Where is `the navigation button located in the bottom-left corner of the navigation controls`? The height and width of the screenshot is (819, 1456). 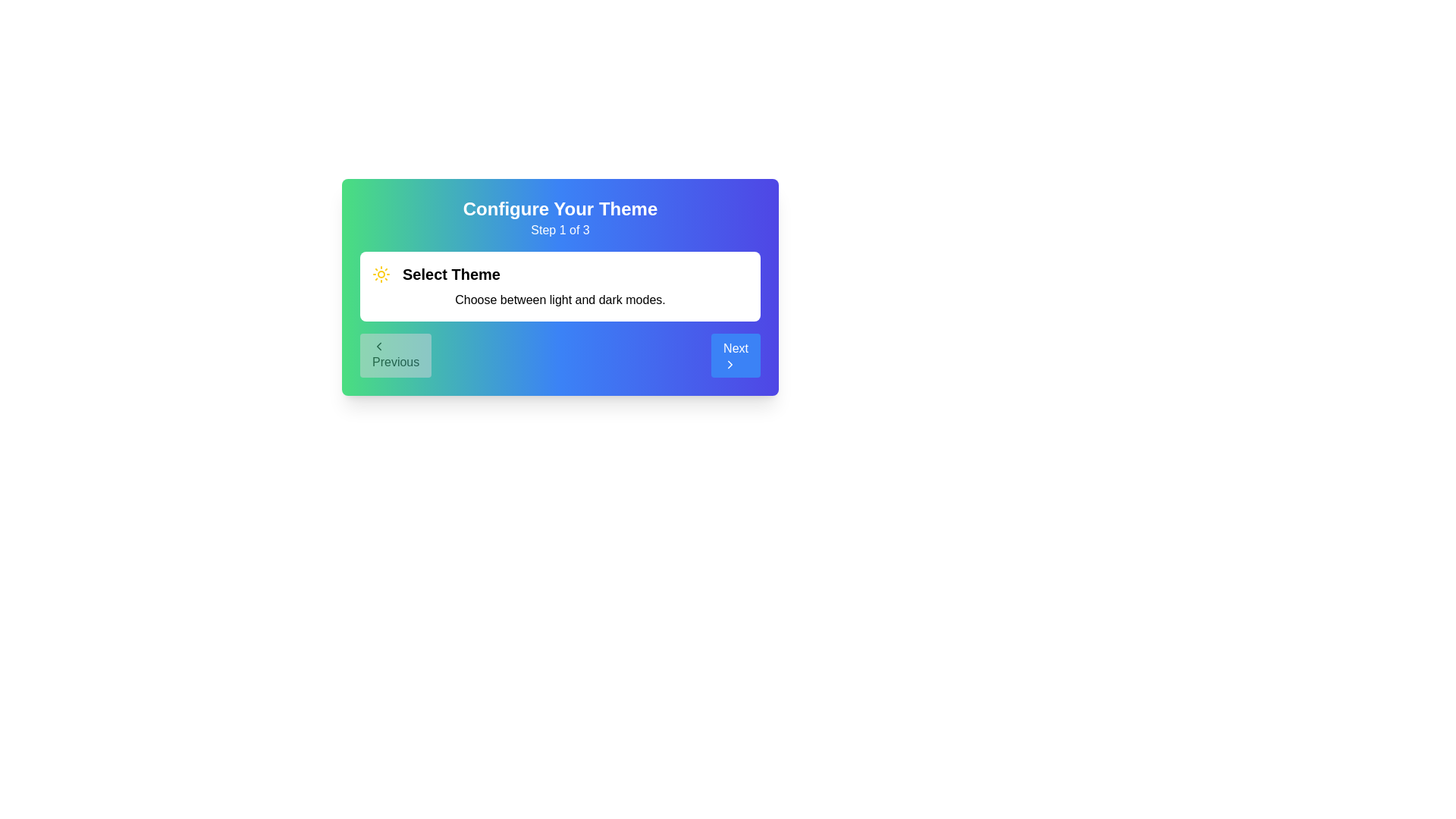 the navigation button located in the bottom-left corner of the navigation controls is located at coordinates (396, 356).